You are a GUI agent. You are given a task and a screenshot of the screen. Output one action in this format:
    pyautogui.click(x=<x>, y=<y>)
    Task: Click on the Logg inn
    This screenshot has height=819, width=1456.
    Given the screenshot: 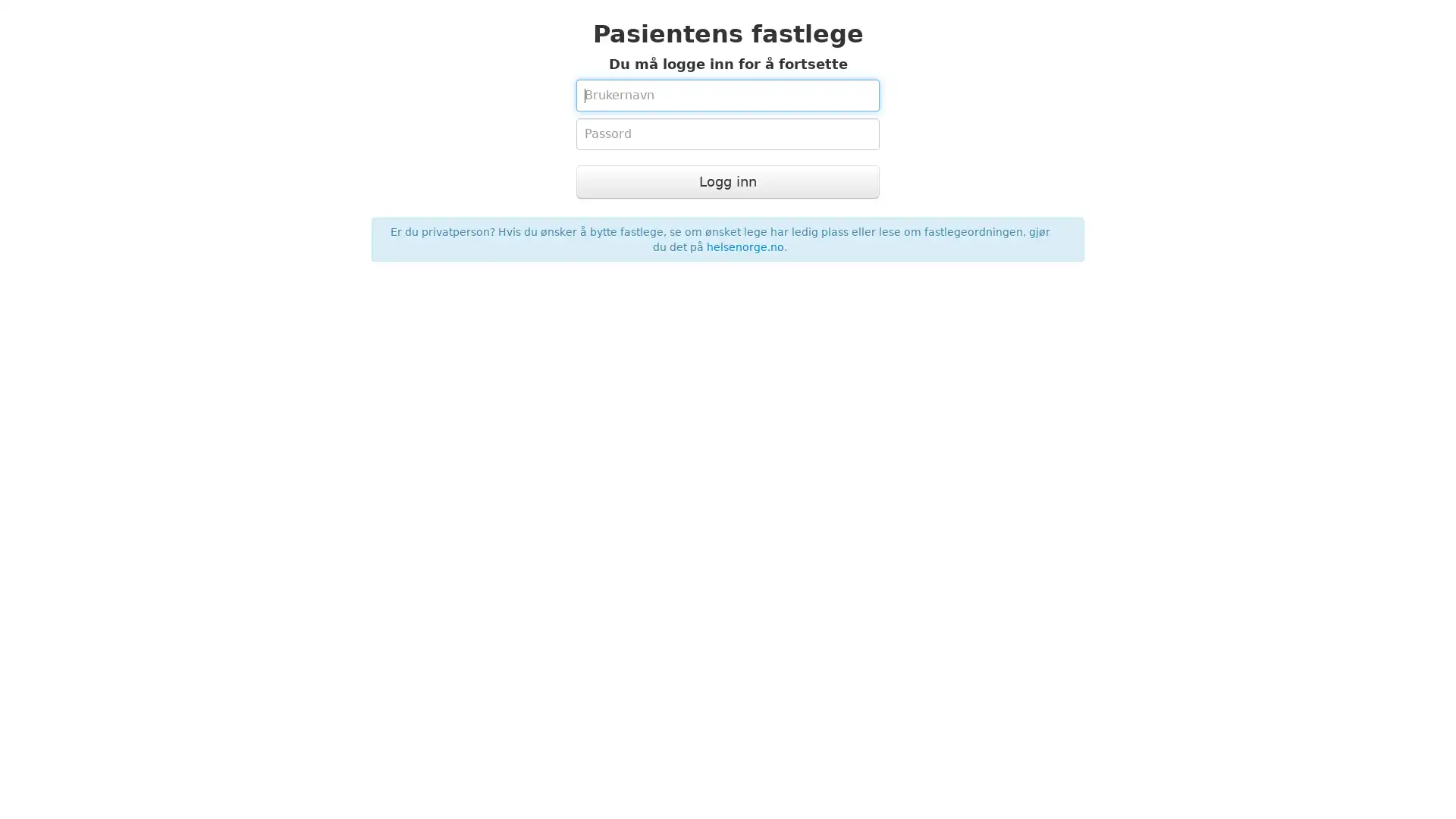 What is the action you would take?
    pyautogui.click(x=728, y=180)
    